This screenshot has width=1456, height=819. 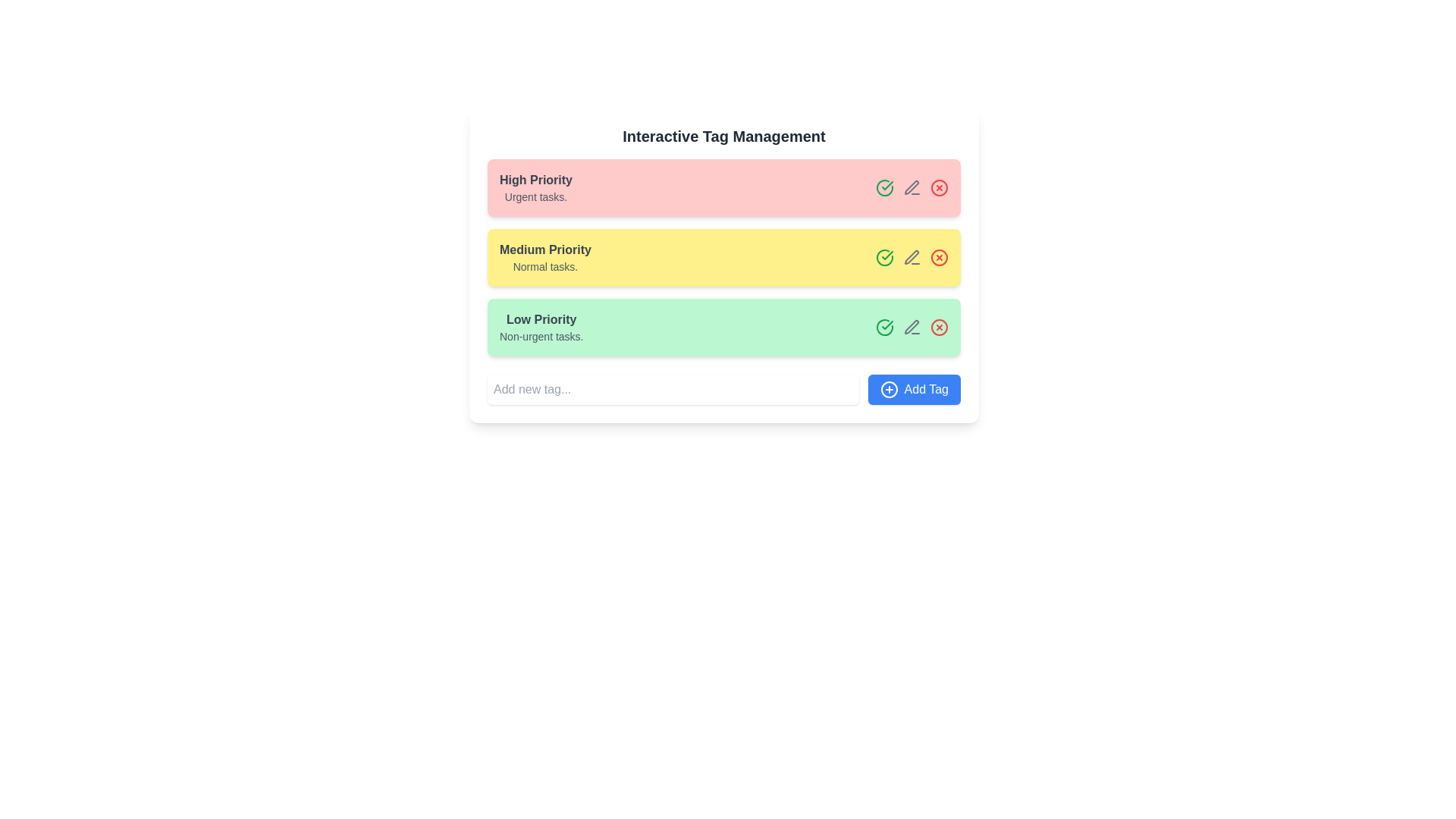 What do you see at coordinates (535, 187) in the screenshot?
I see `the 'High Priority' text label, which is a two-line label with 'High Priority' in bold and 'Urgent tasks.' below it, located within a red rectangular background at the top of the task categories list` at bounding box center [535, 187].